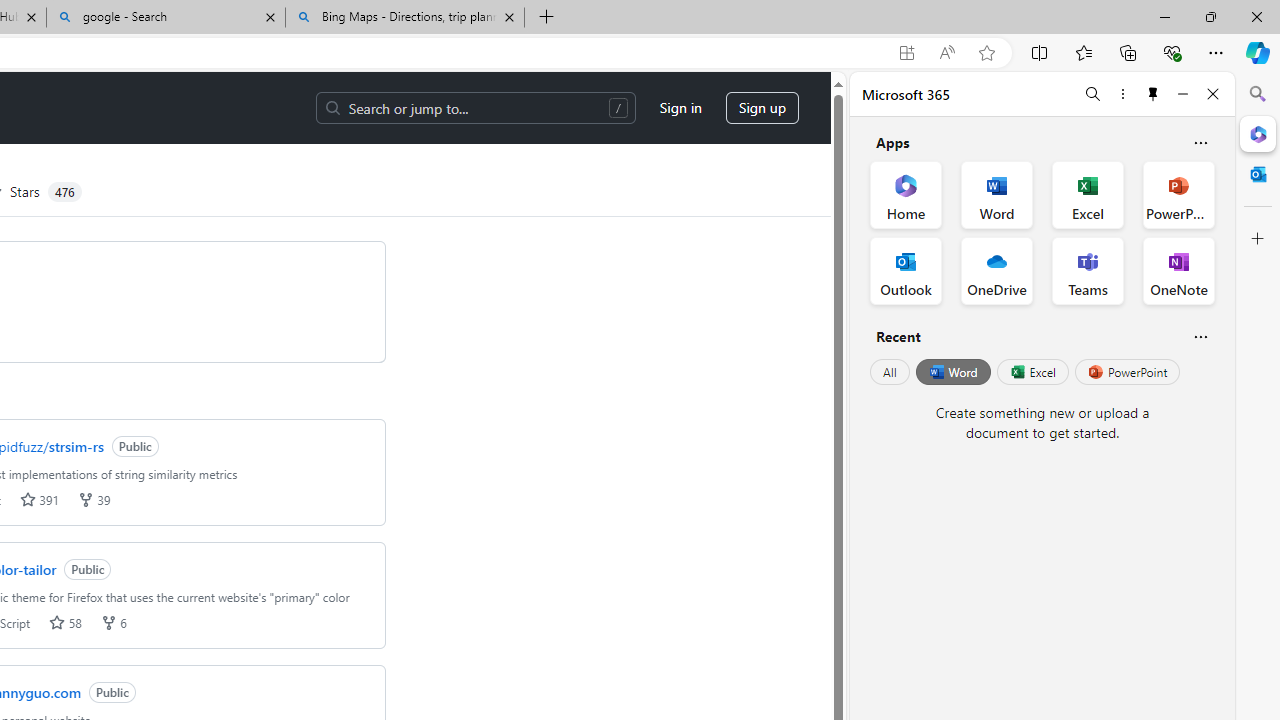  I want to click on 'App available. Install GitHub', so click(905, 52).